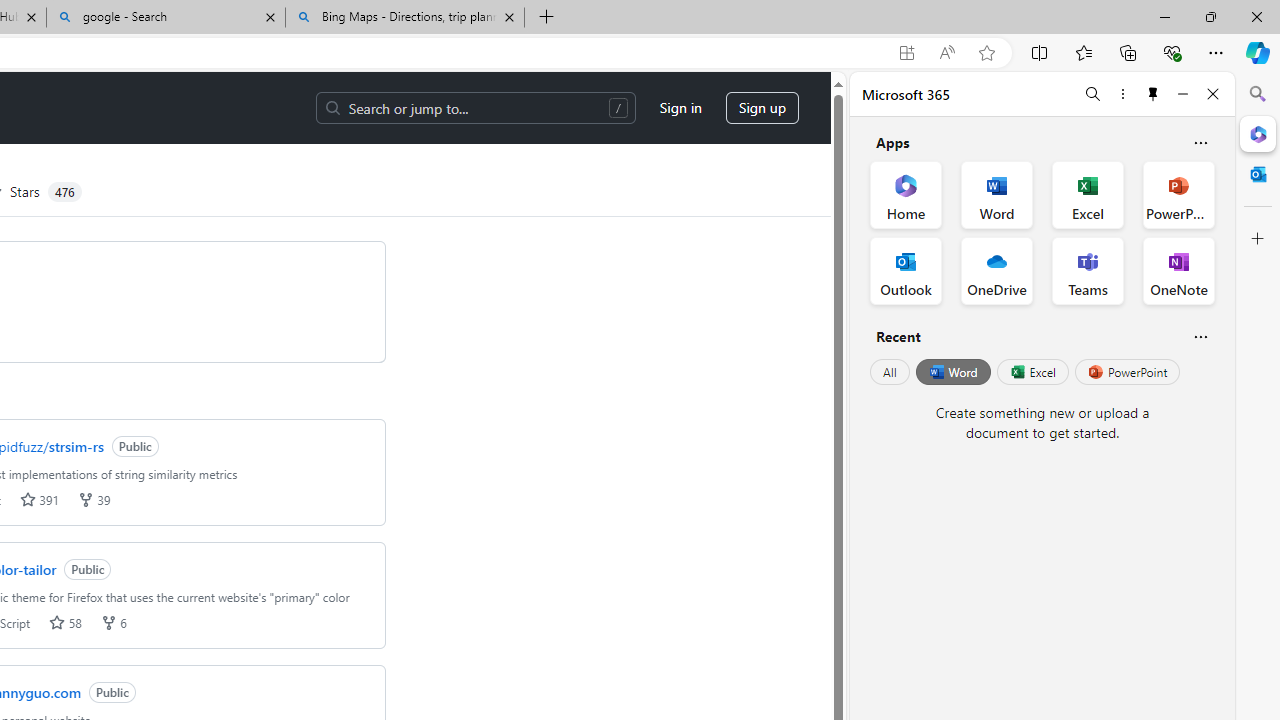  I want to click on 'App available. Install GitHub', so click(905, 52).